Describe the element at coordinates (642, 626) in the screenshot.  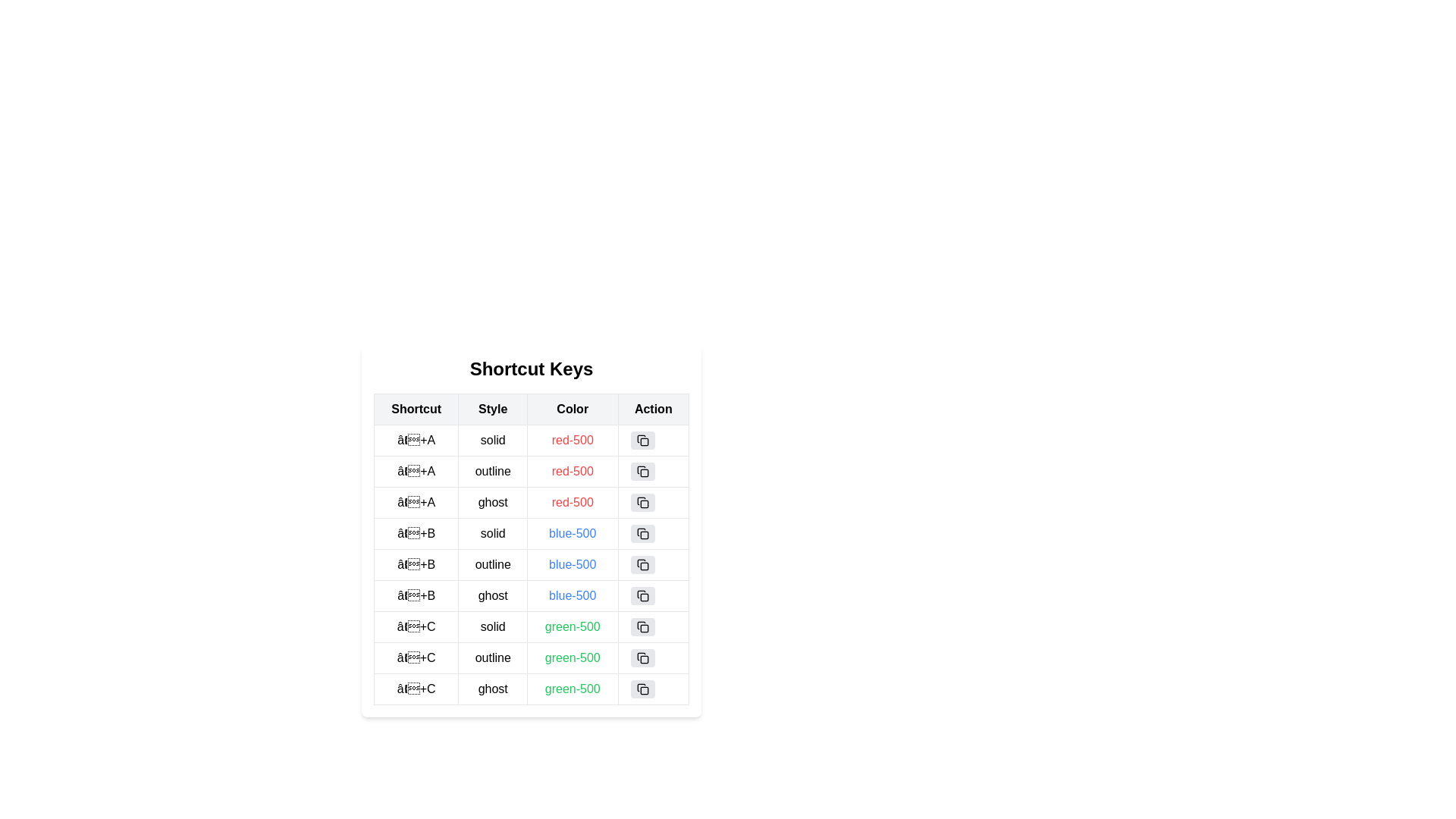
I see `the copy action icon, which resembles two overlapping rectangles with a gray color and rounded corners, located in the Action column of the Shortcut Keys table under the row labeled 'C'` at that location.